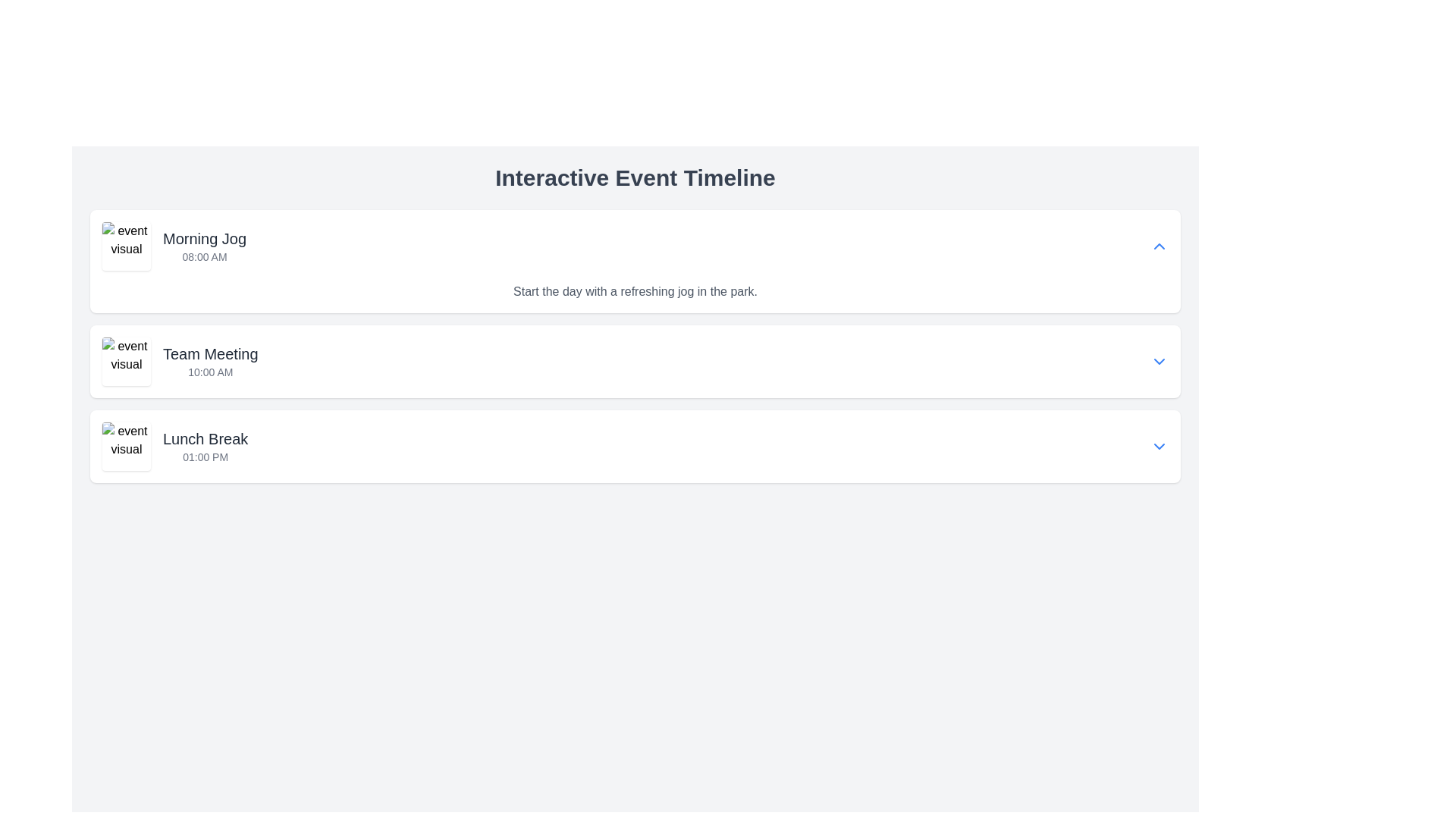  What do you see at coordinates (1159, 362) in the screenshot?
I see `the downward-facing blue chevron button located at the far right of the 'Team Meeting' entry in the event timeline` at bounding box center [1159, 362].